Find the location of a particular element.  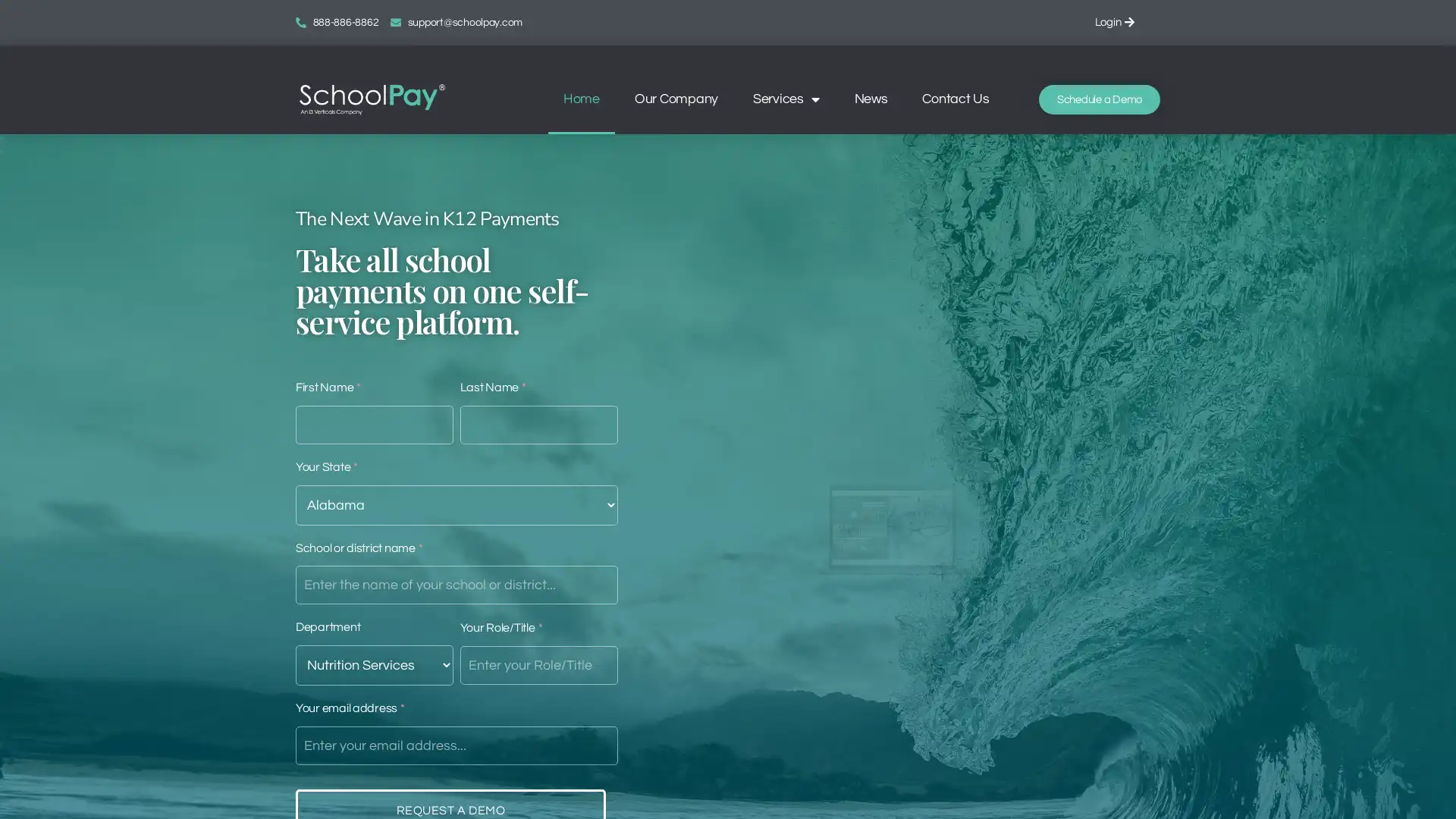

Schedule a Demo is located at coordinates (1099, 99).